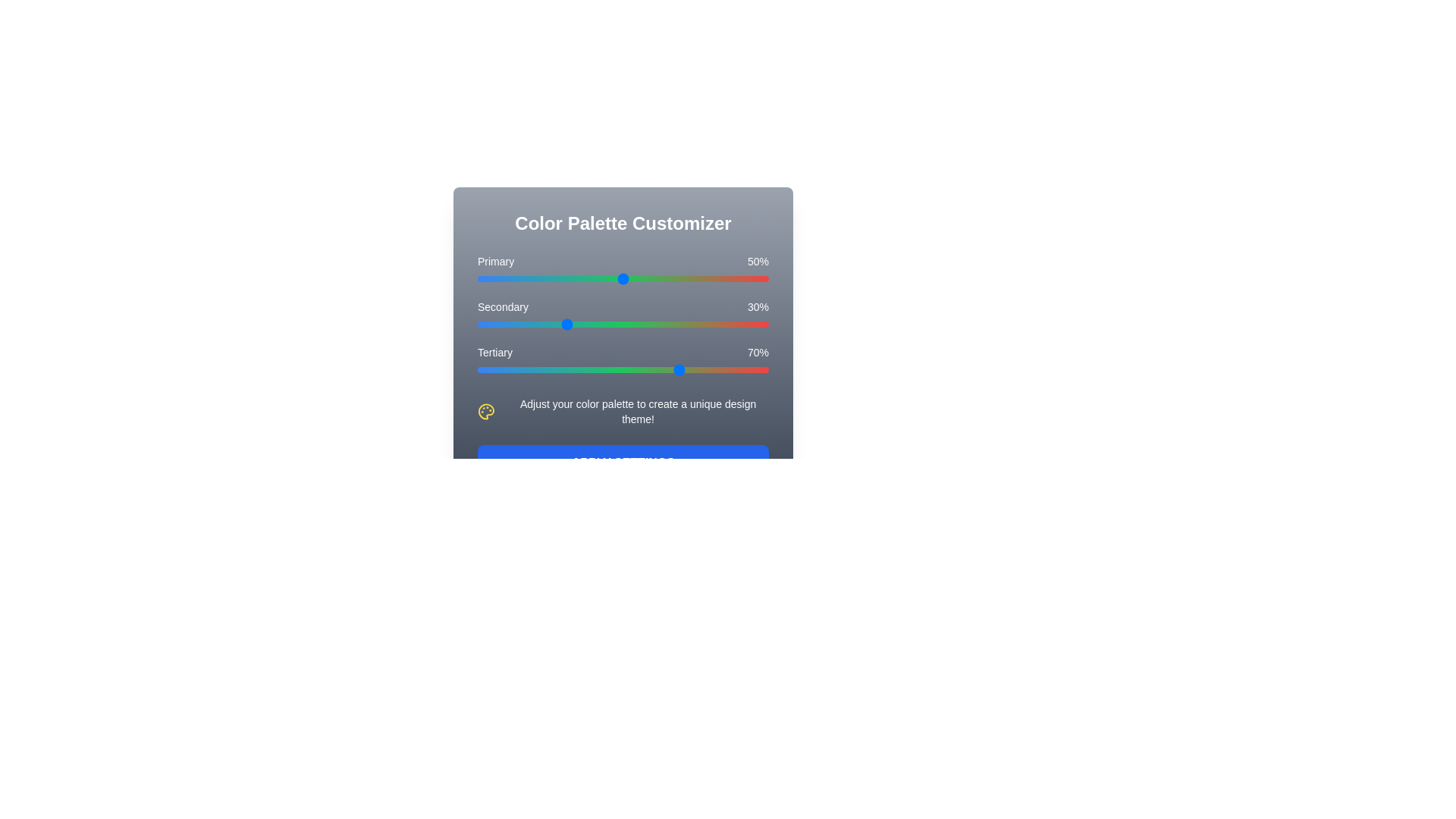 The height and width of the screenshot is (819, 1456). What do you see at coordinates (701, 324) in the screenshot?
I see `the slider value` at bounding box center [701, 324].